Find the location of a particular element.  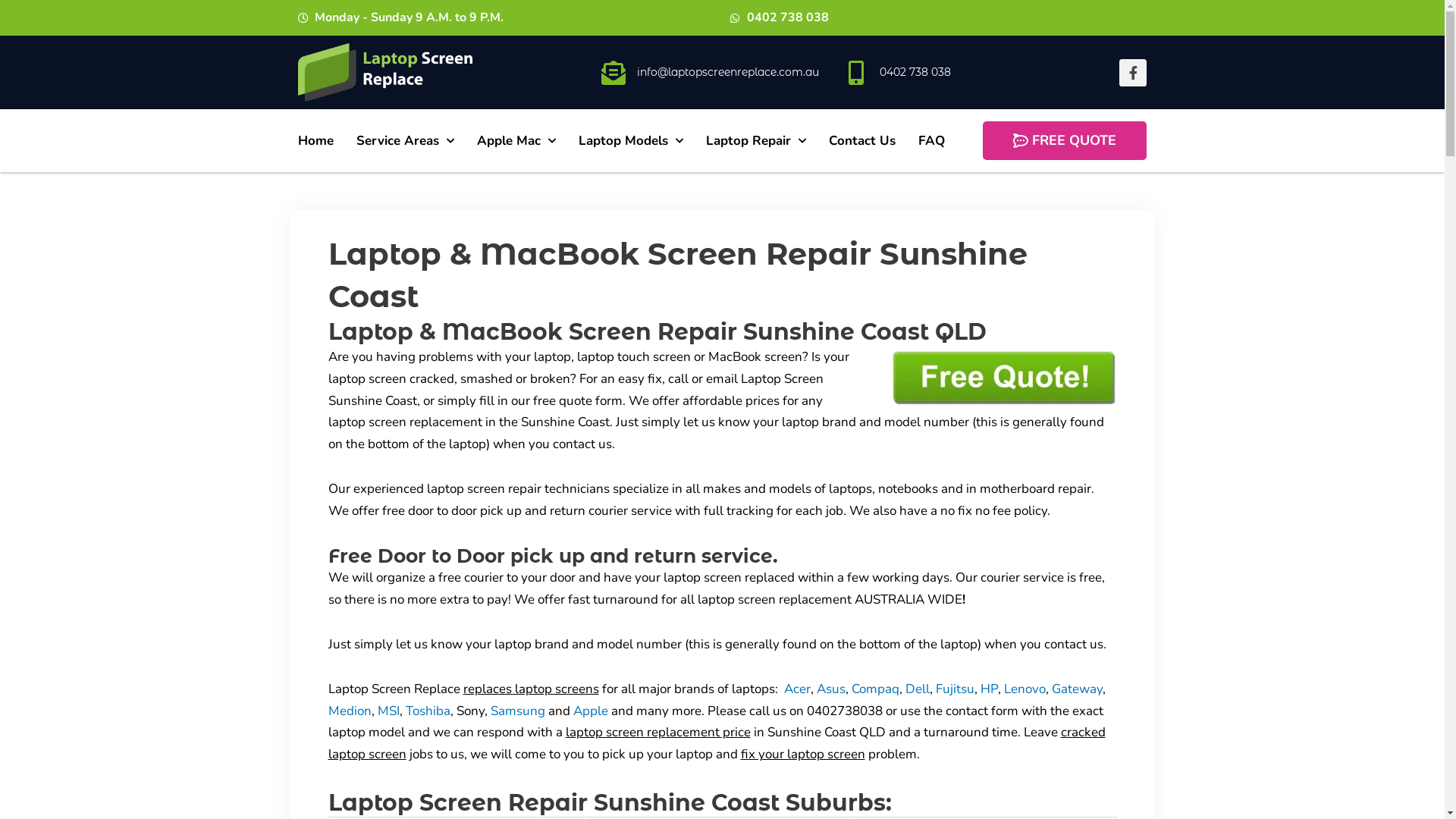

'Dell' is located at coordinates (905, 689).